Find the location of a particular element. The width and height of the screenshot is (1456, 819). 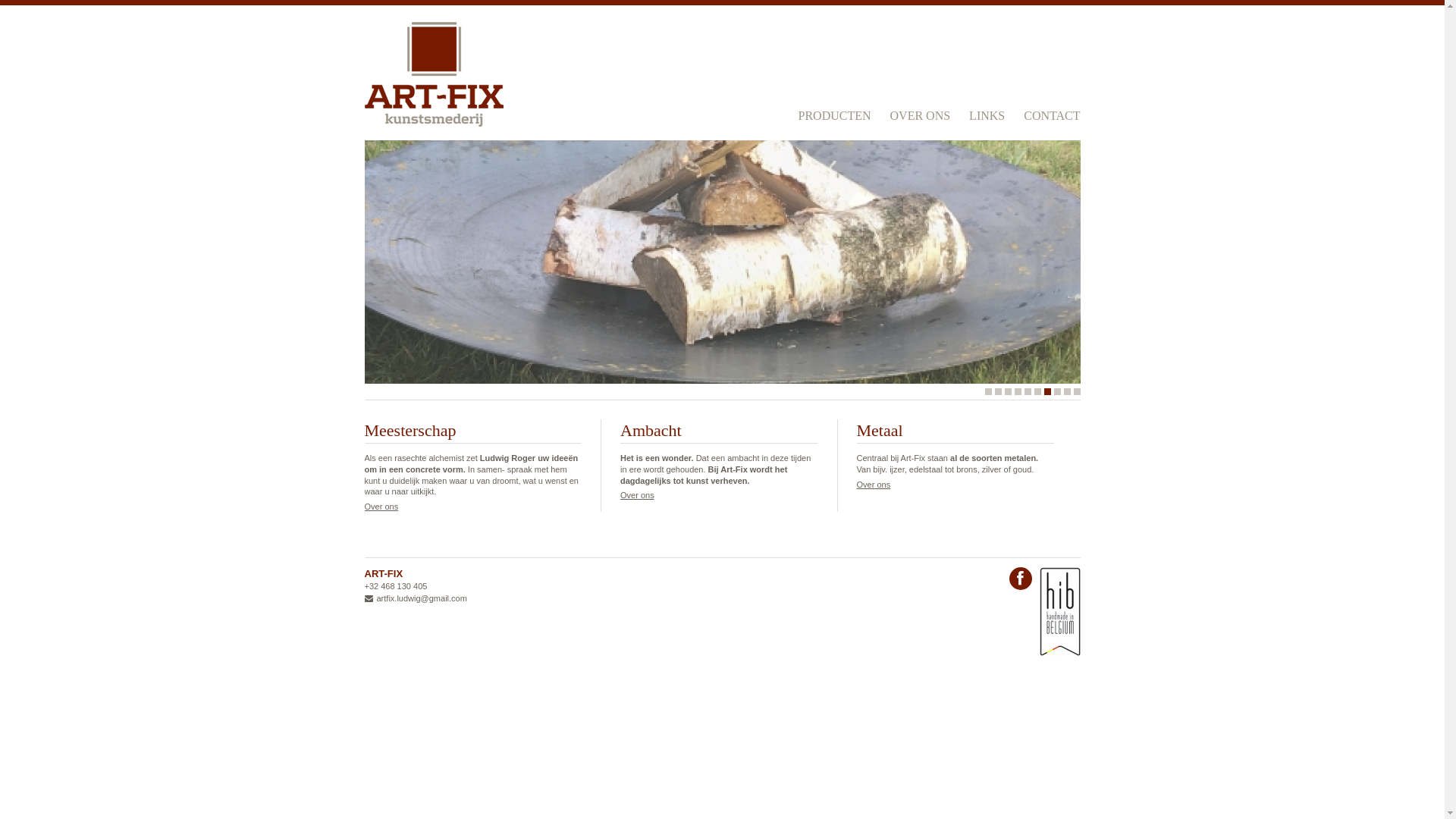

'Art-fix' is located at coordinates (432, 74).